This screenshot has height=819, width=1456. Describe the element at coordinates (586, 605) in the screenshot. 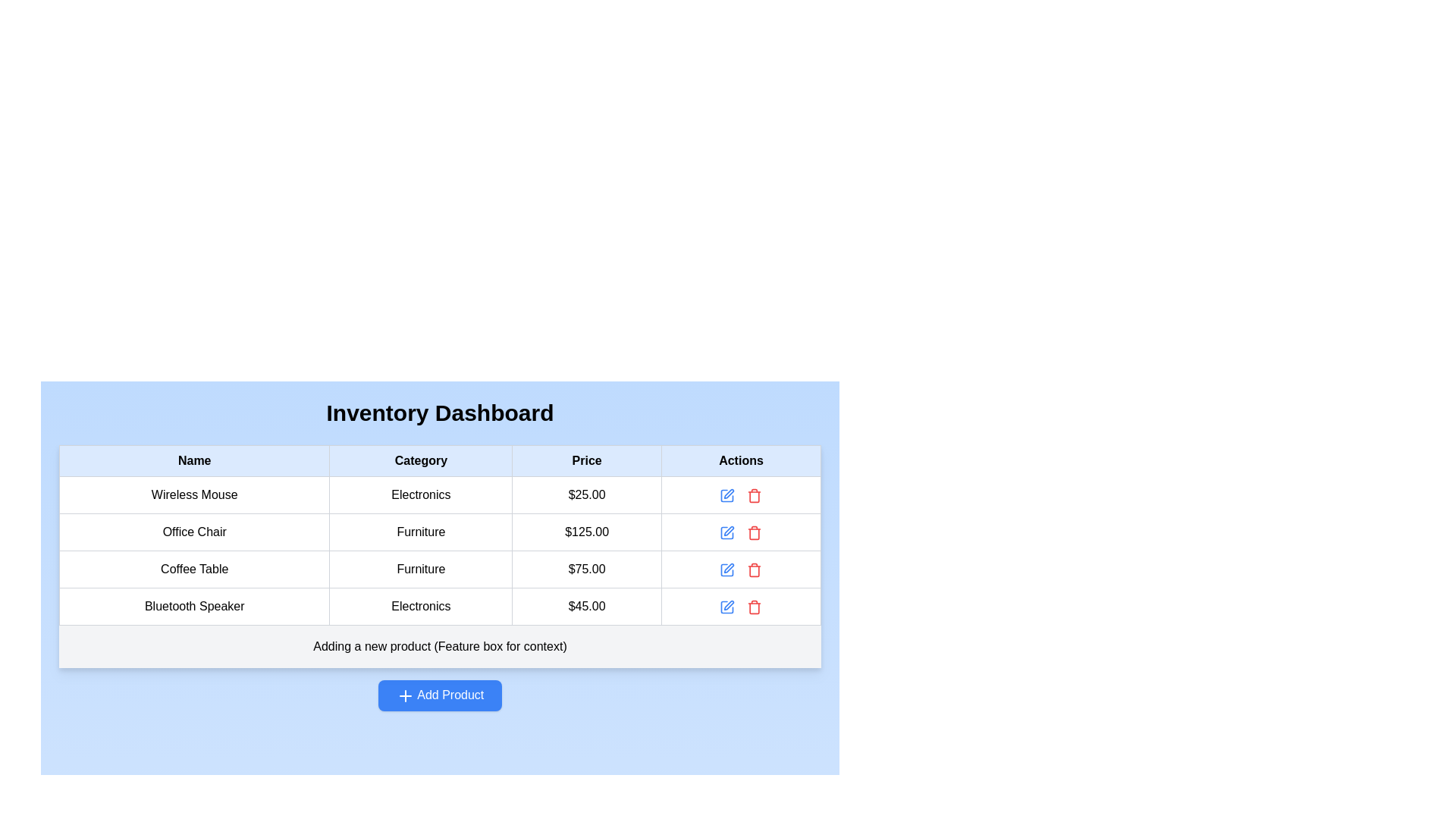

I see `the static text label displaying the price '$45.00' for the 'Bluetooth Speaker' in the fourth row of the 'Price' column` at that location.